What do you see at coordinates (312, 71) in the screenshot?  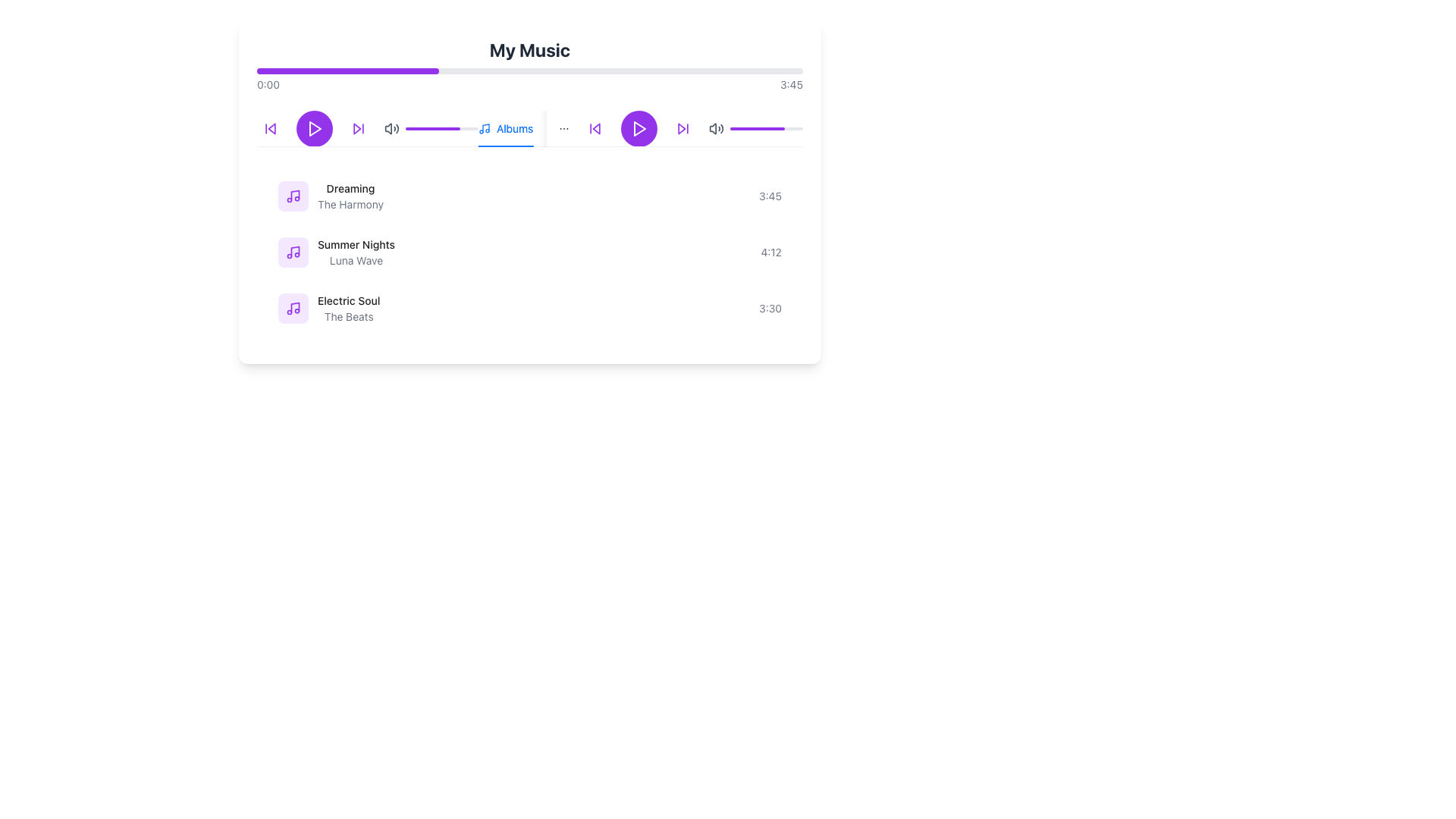 I see `the media progress` at bounding box center [312, 71].